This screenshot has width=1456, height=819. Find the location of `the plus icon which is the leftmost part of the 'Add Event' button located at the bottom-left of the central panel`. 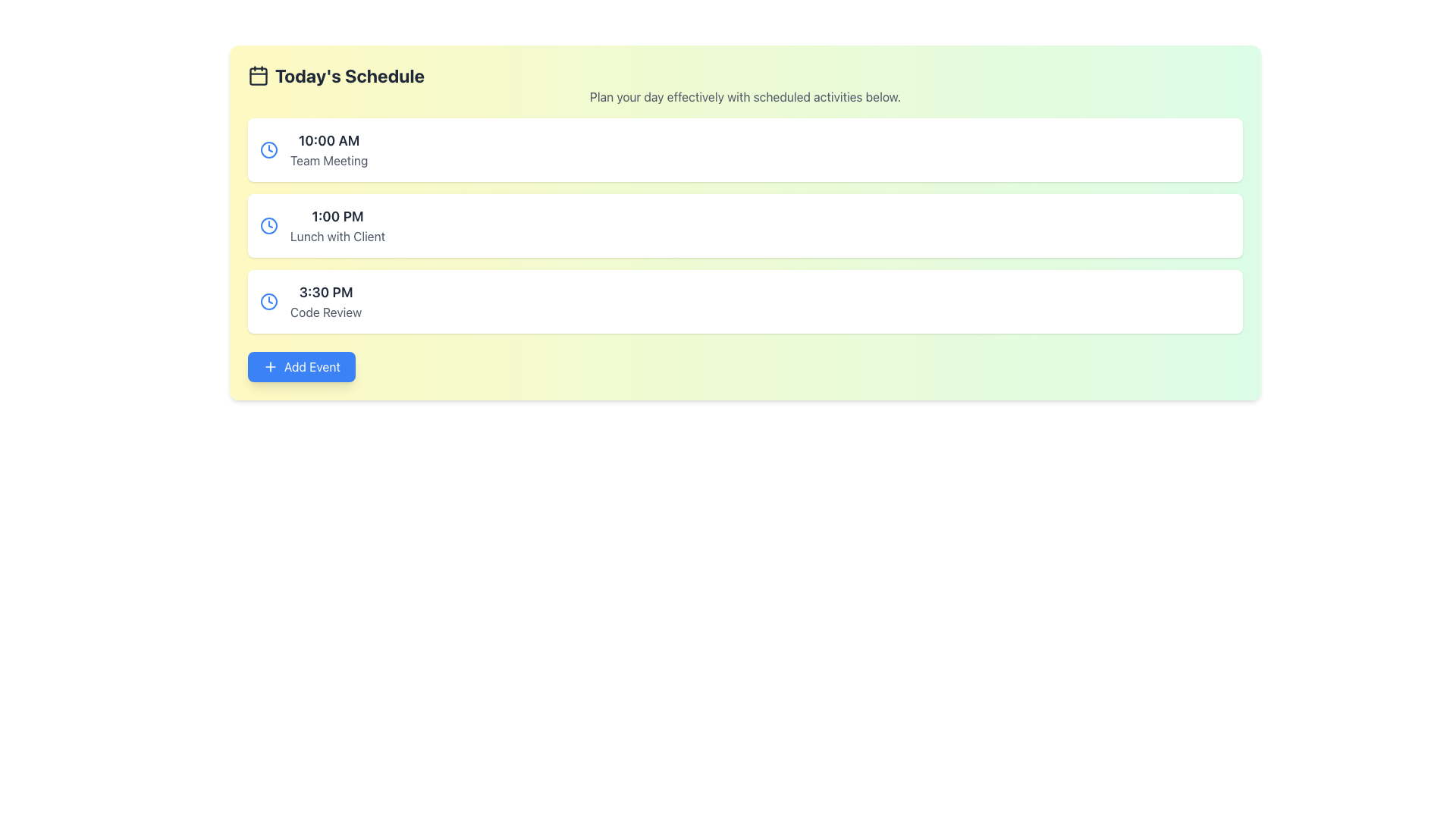

the plus icon which is the leftmost part of the 'Add Event' button located at the bottom-left of the central panel is located at coordinates (270, 366).